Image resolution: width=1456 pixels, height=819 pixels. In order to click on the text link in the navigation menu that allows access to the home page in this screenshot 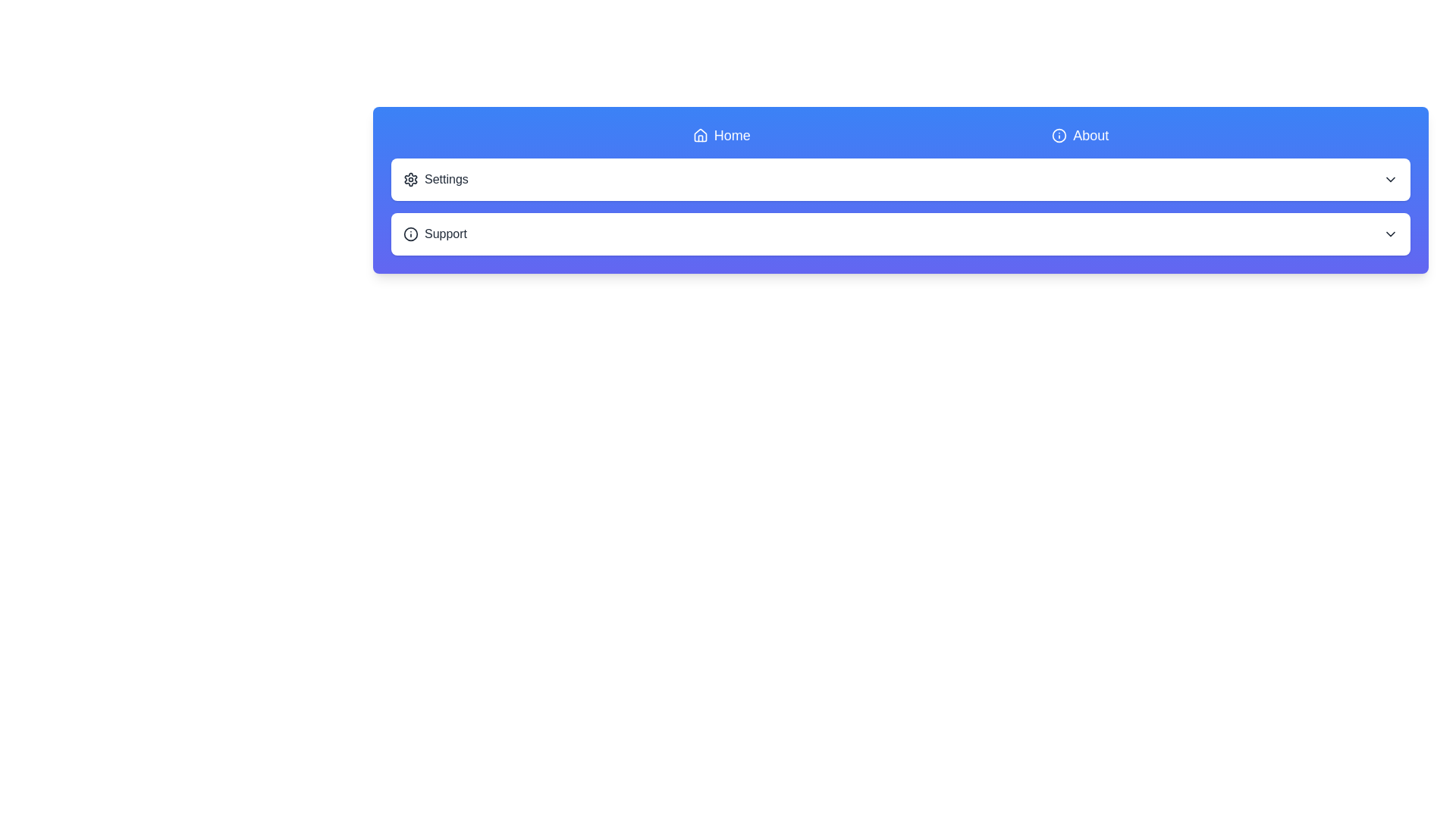, I will do `click(732, 134)`.